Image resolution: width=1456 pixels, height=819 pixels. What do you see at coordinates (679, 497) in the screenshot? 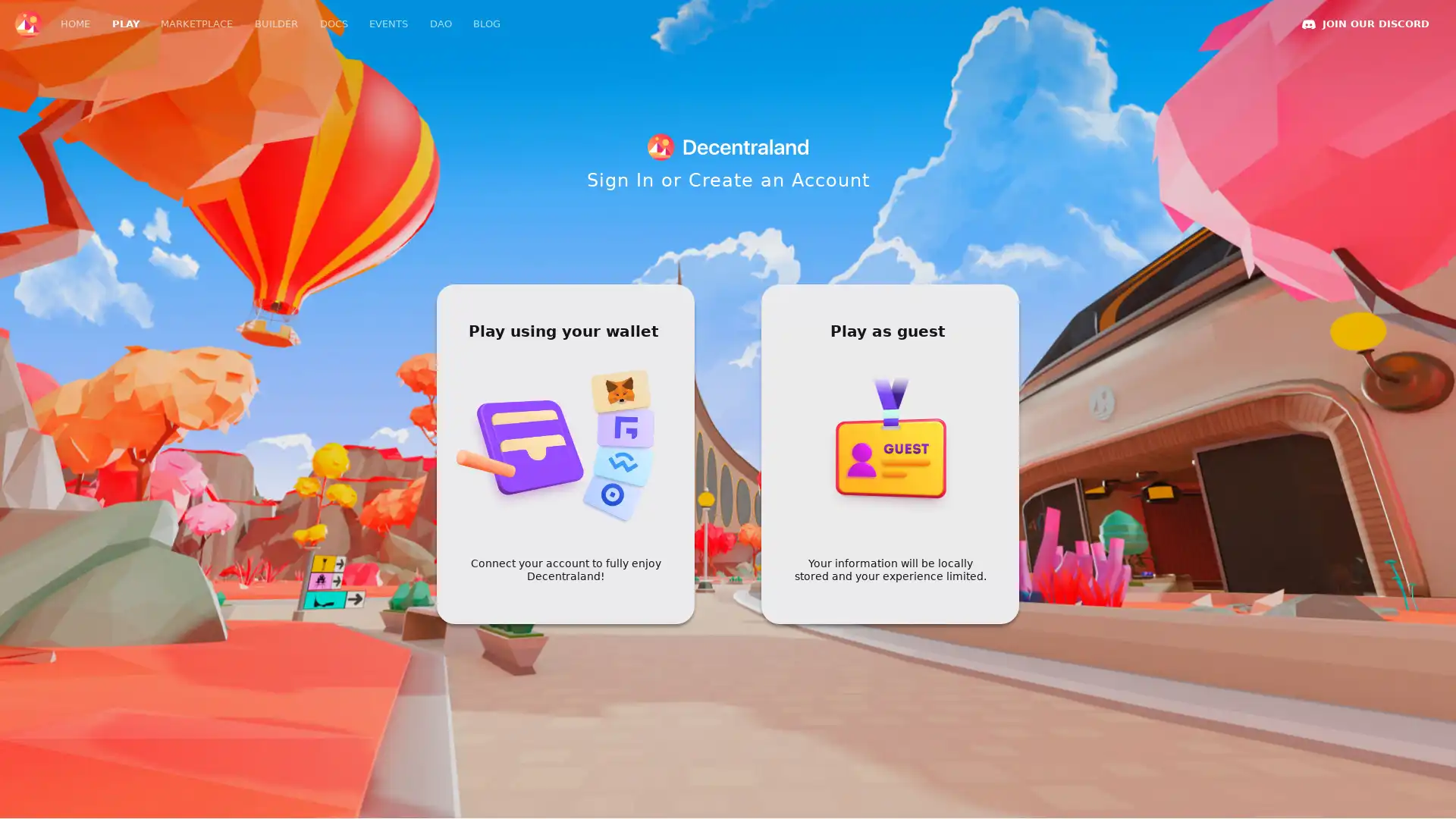
I see `RELOAD` at bounding box center [679, 497].